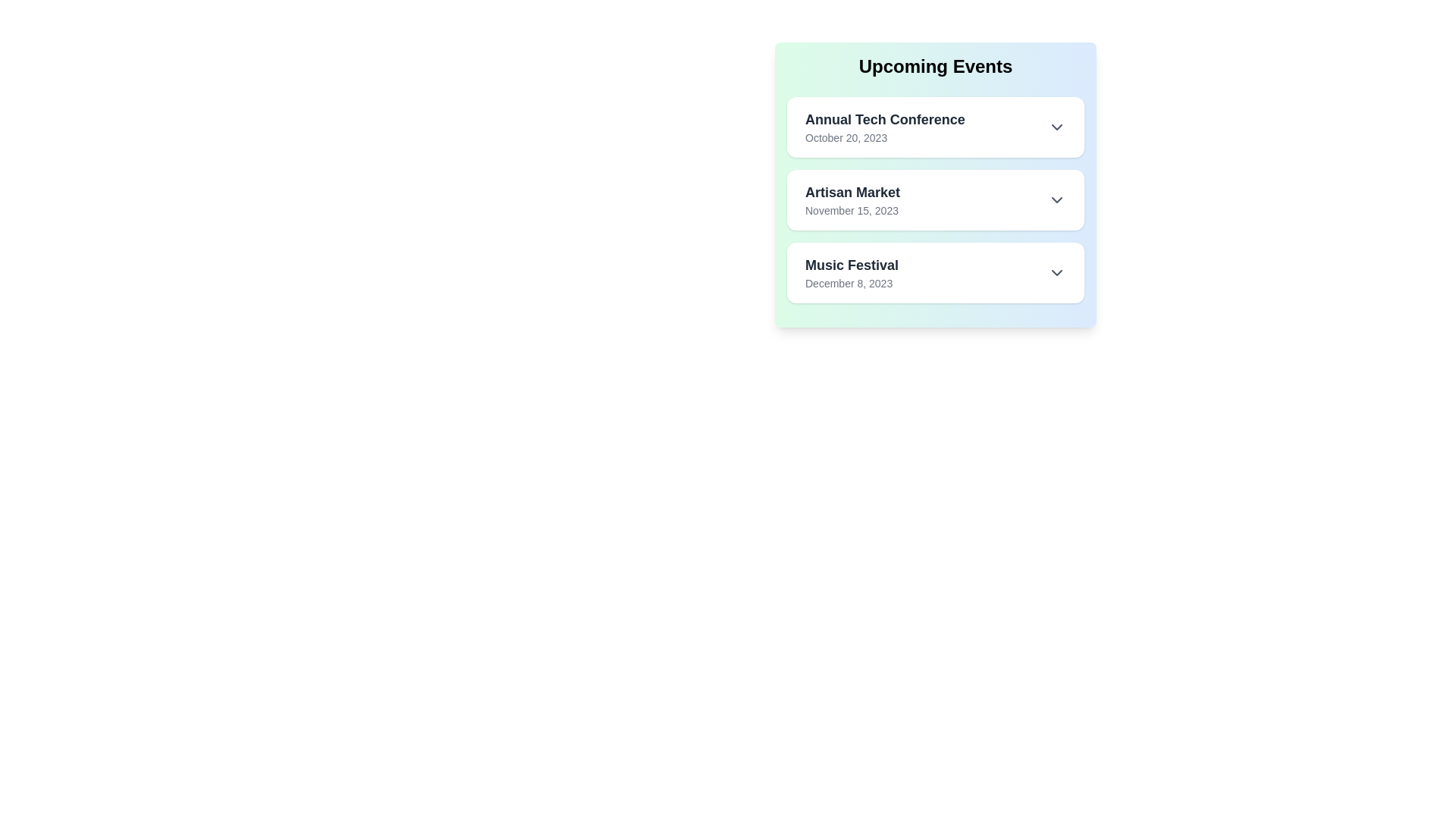 Image resolution: width=1456 pixels, height=819 pixels. What do you see at coordinates (934, 199) in the screenshot?
I see `the 'Artisan Market' list item` at bounding box center [934, 199].